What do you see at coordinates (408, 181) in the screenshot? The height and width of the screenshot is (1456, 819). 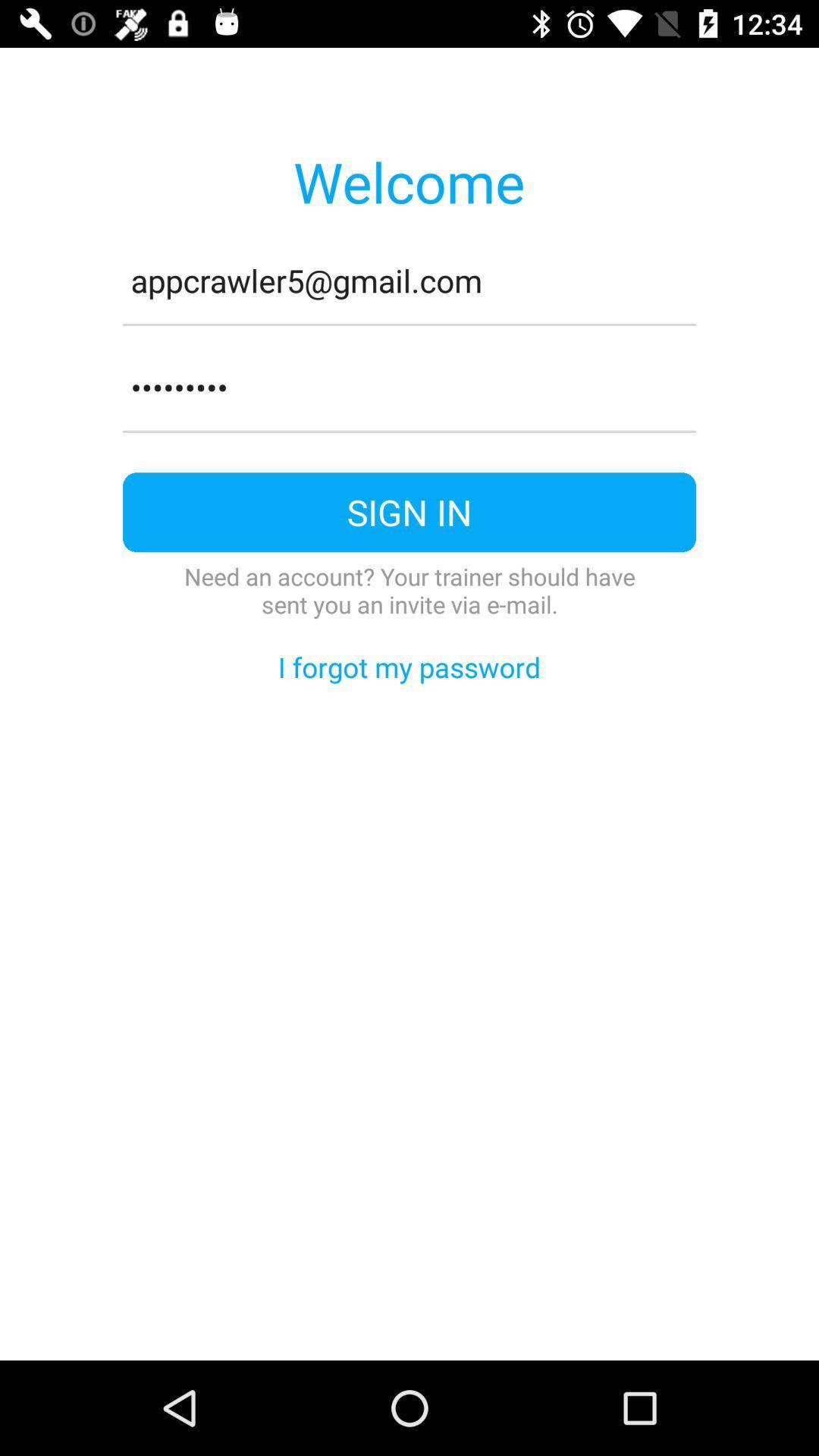 I see `the welcome icon` at bounding box center [408, 181].